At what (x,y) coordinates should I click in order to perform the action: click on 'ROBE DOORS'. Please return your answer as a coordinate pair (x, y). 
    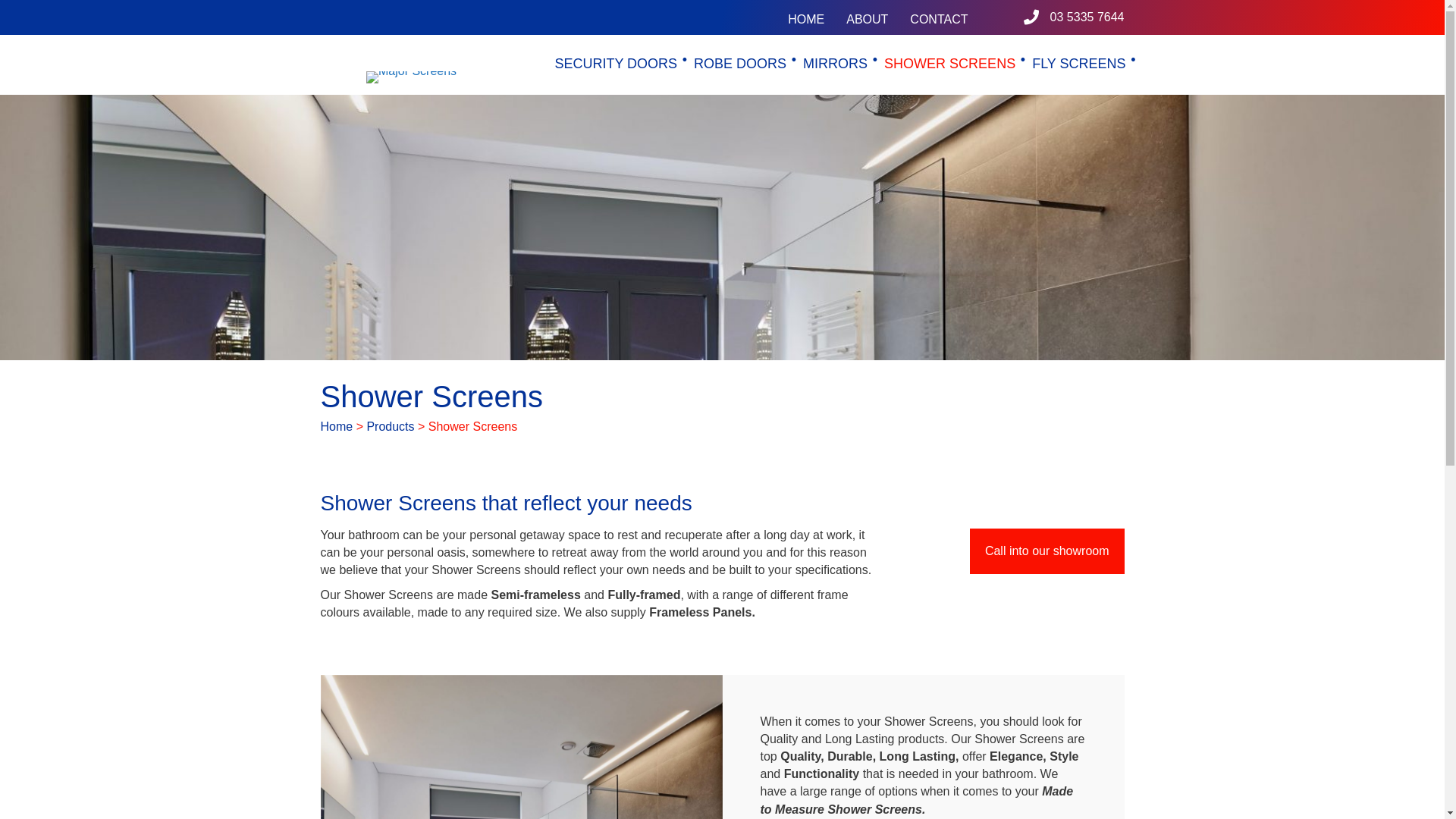
    Looking at the image, I should click on (739, 62).